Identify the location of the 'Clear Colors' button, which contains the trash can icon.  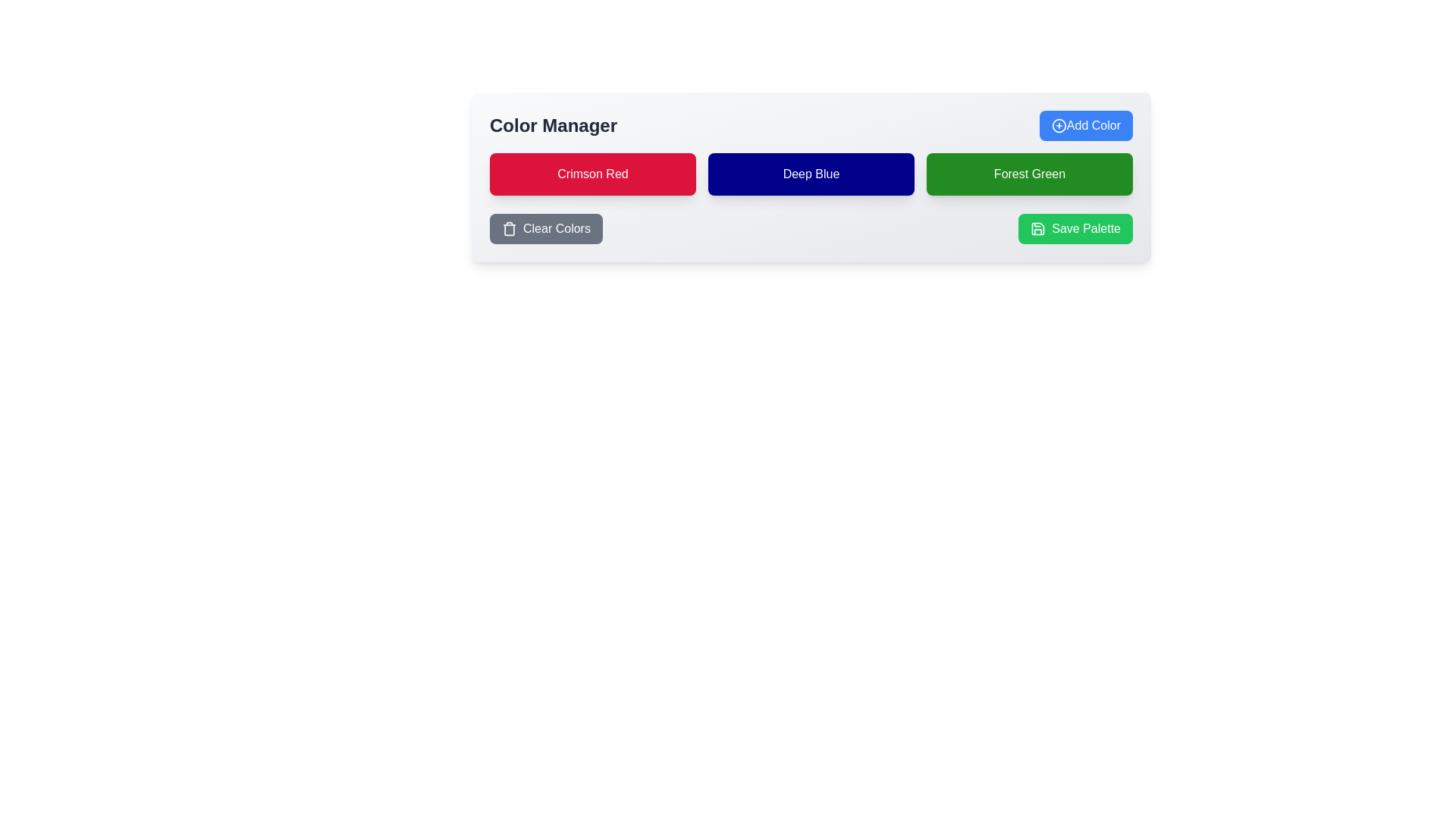
(510, 230).